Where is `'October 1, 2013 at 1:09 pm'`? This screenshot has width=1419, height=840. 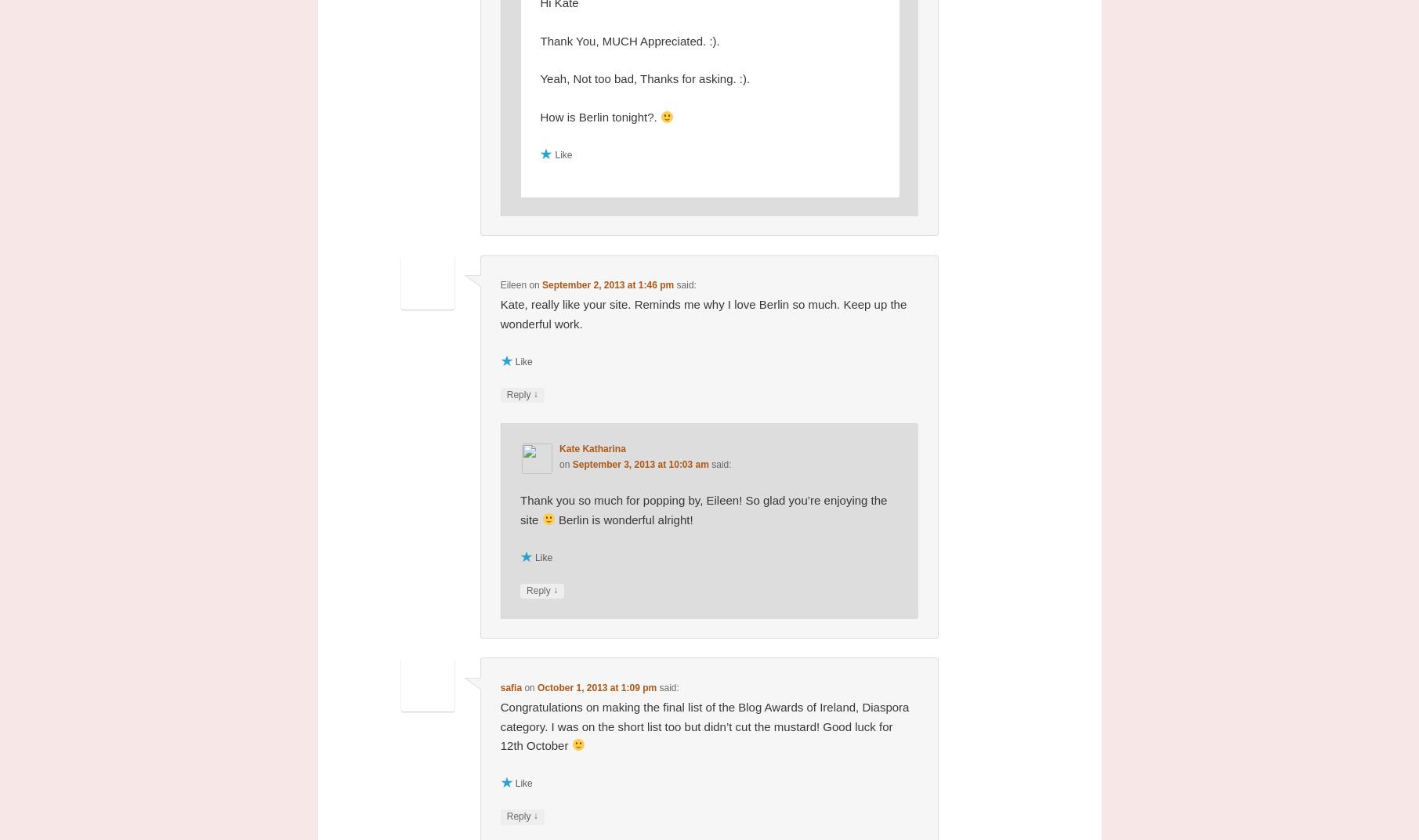
'October 1, 2013 at 1:09 pm' is located at coordinates (596, 687).